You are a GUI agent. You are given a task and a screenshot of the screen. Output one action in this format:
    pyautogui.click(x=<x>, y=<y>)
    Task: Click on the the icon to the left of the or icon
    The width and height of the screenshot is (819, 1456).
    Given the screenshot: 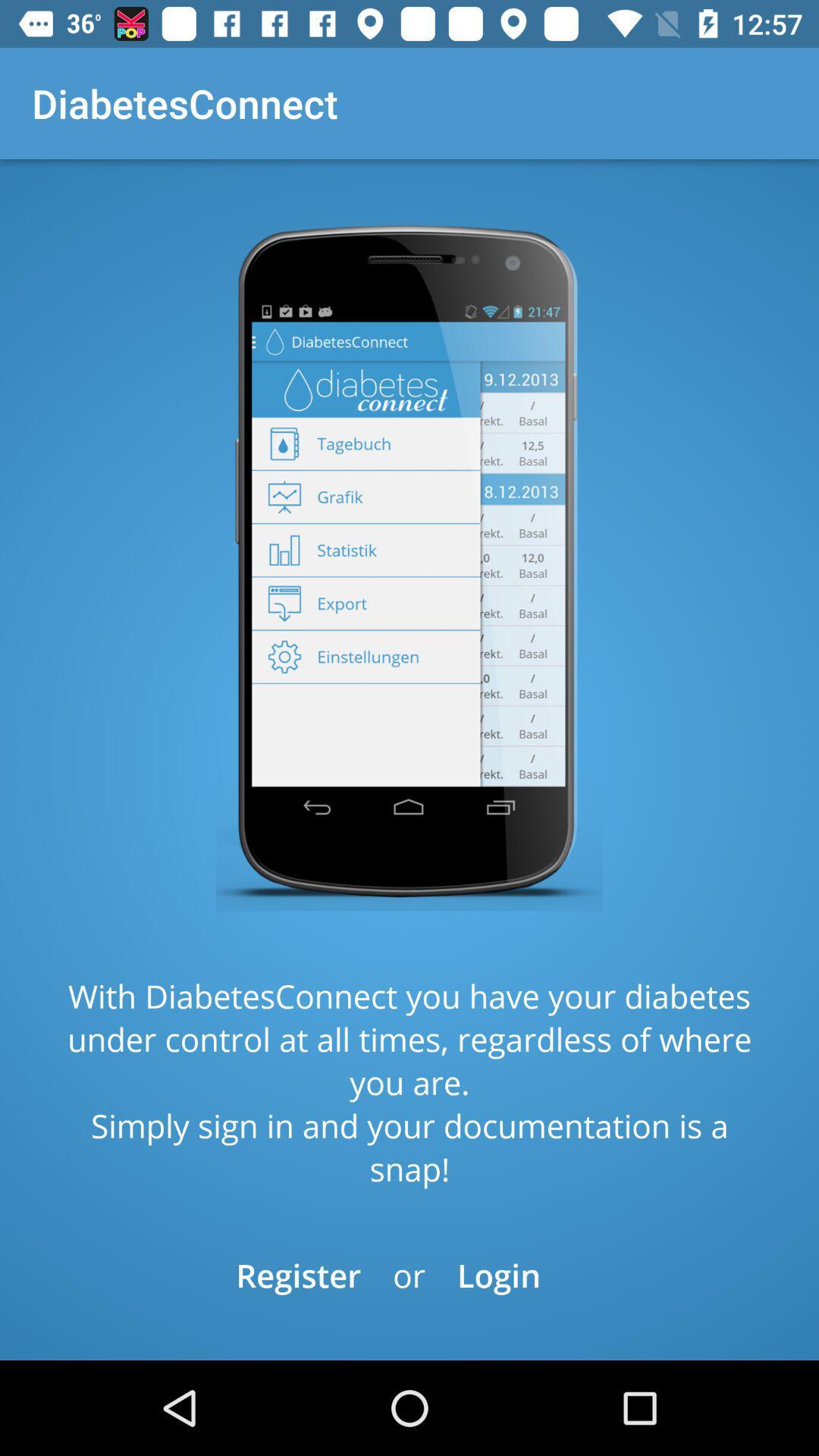 What is the action you would take?
    pyautogui.click(x=298, y=1274)
    